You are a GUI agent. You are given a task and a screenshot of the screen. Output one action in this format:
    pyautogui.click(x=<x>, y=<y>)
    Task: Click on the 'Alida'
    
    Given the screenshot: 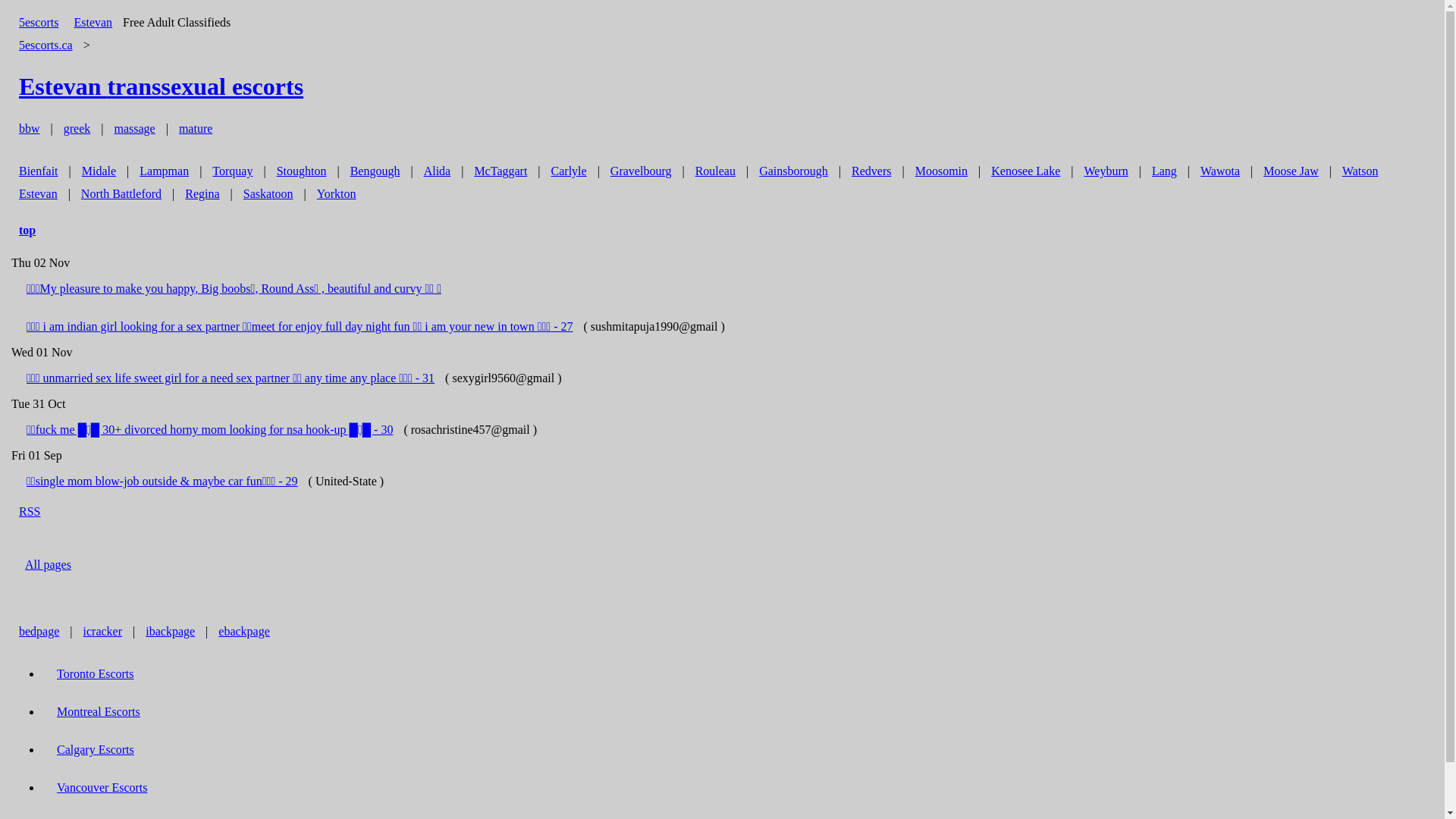 What is the action you would take?
    pyautogui.click(x=436, y=171)
    